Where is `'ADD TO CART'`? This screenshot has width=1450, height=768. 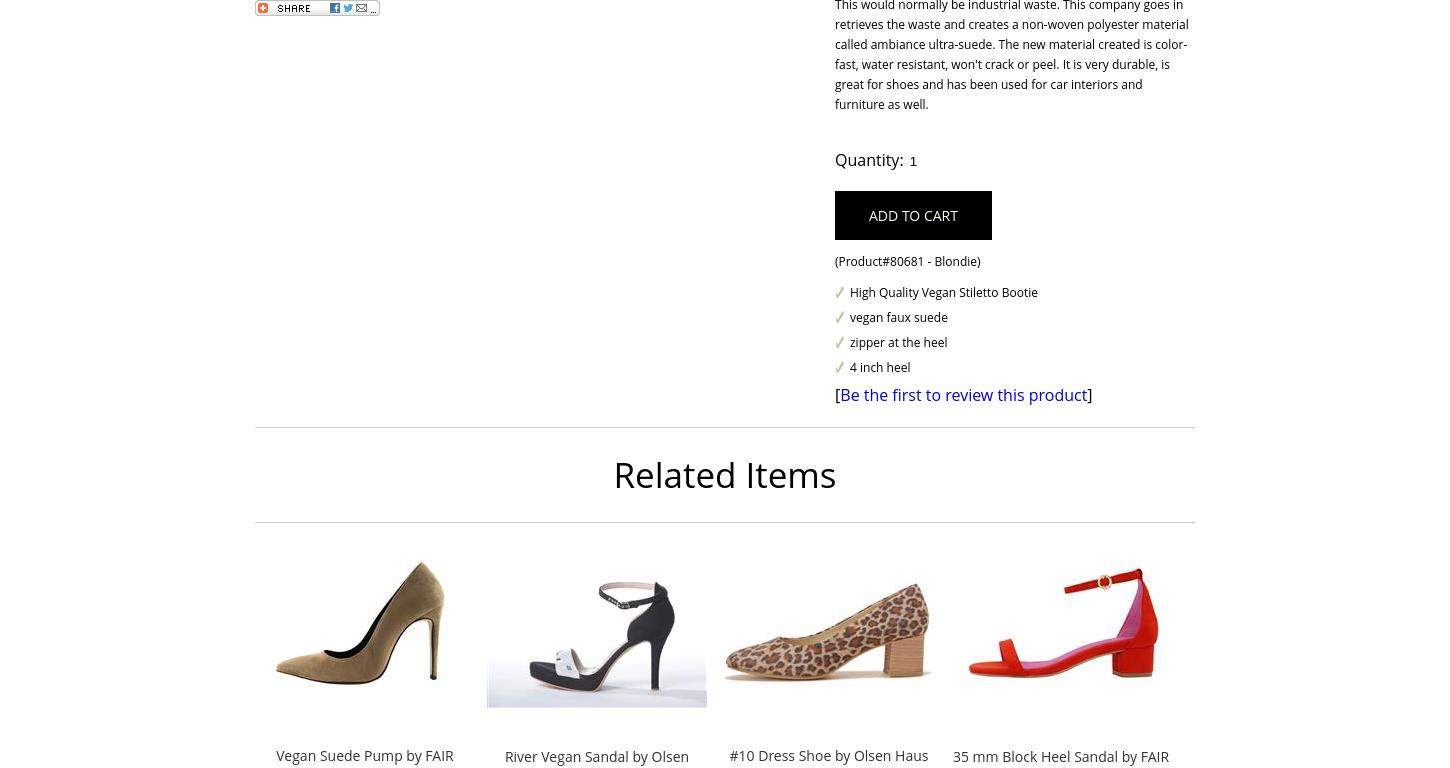 'ADD TO CART' is located at coordinates (912, 214).